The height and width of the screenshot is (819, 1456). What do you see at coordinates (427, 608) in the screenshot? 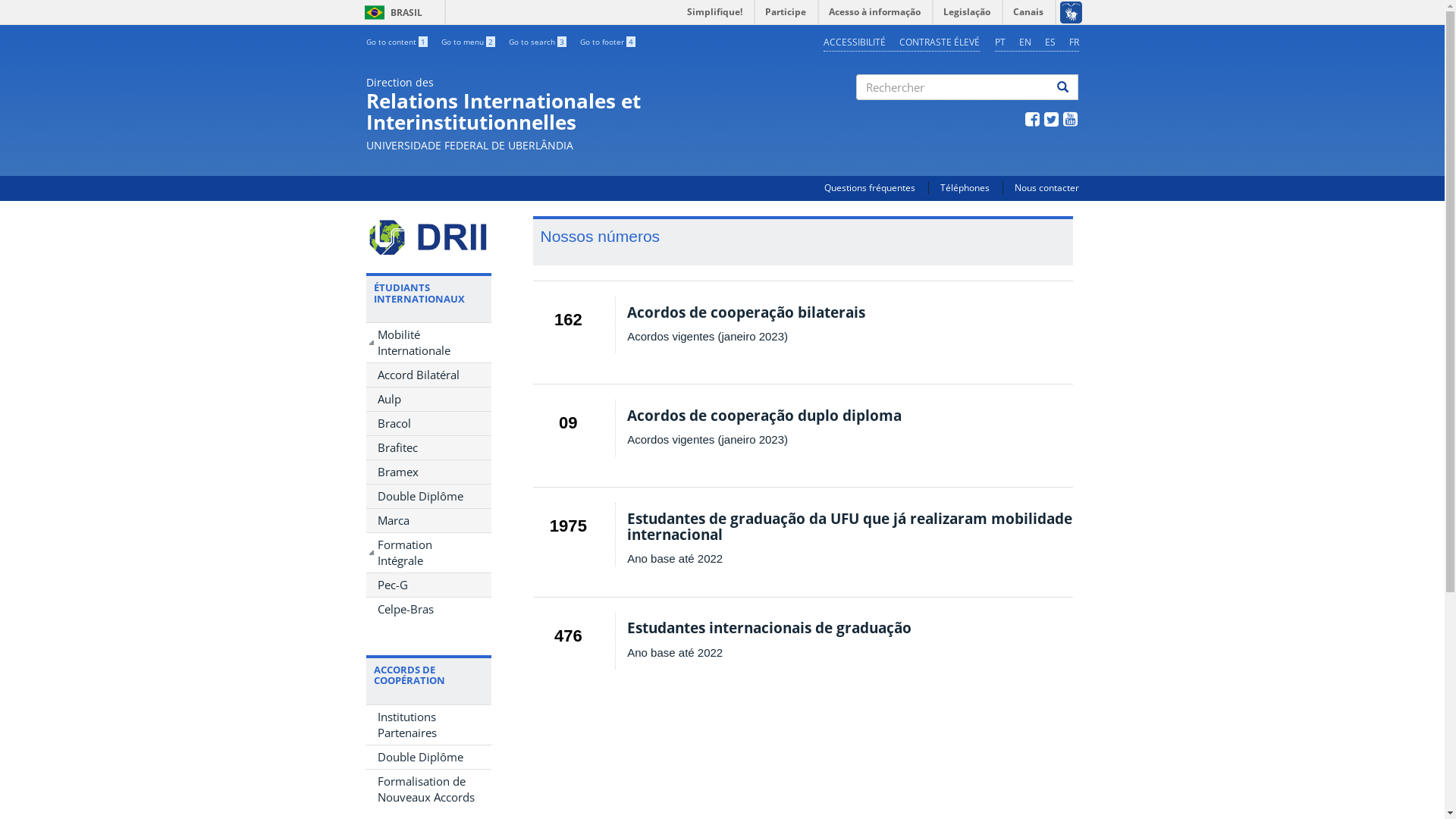
I see `'Celpe-Bras'` at bounding box center [427, 608].